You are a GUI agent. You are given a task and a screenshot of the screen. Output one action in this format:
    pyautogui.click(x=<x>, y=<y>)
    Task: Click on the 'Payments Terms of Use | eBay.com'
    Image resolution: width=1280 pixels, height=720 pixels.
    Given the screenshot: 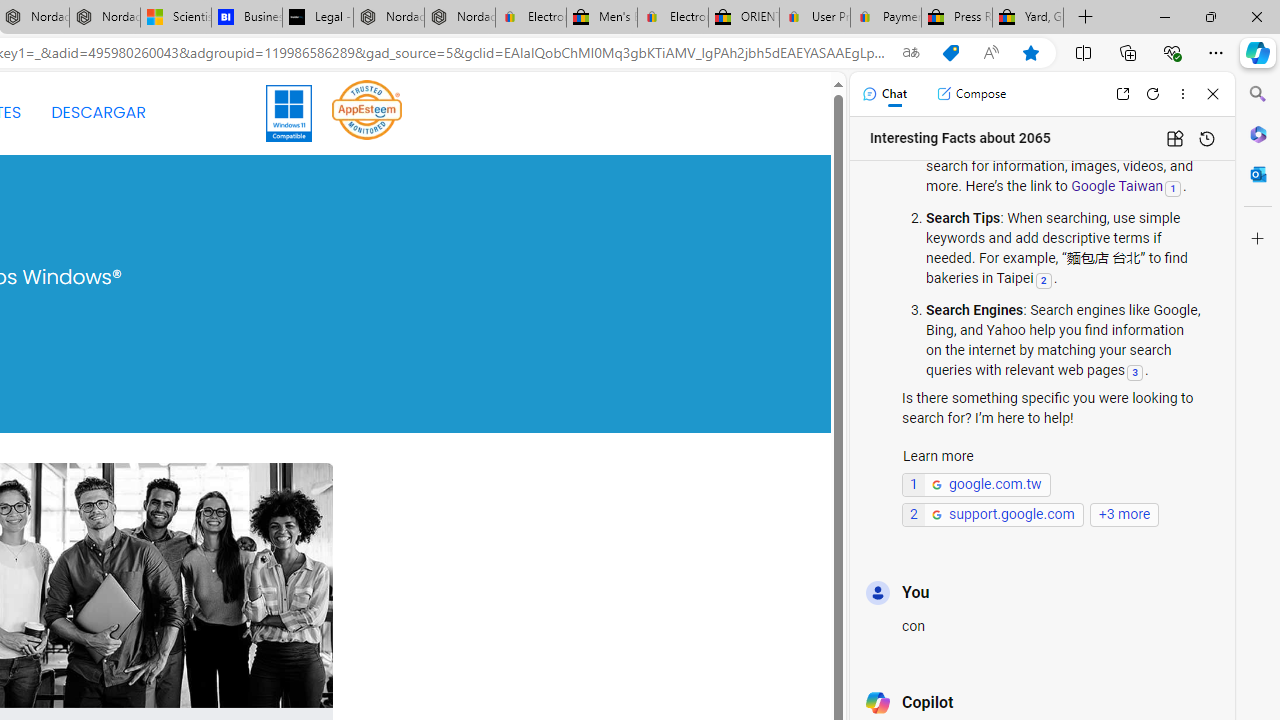 What is the action you would take?
    pyautogui.click(x=885, y=17)
    